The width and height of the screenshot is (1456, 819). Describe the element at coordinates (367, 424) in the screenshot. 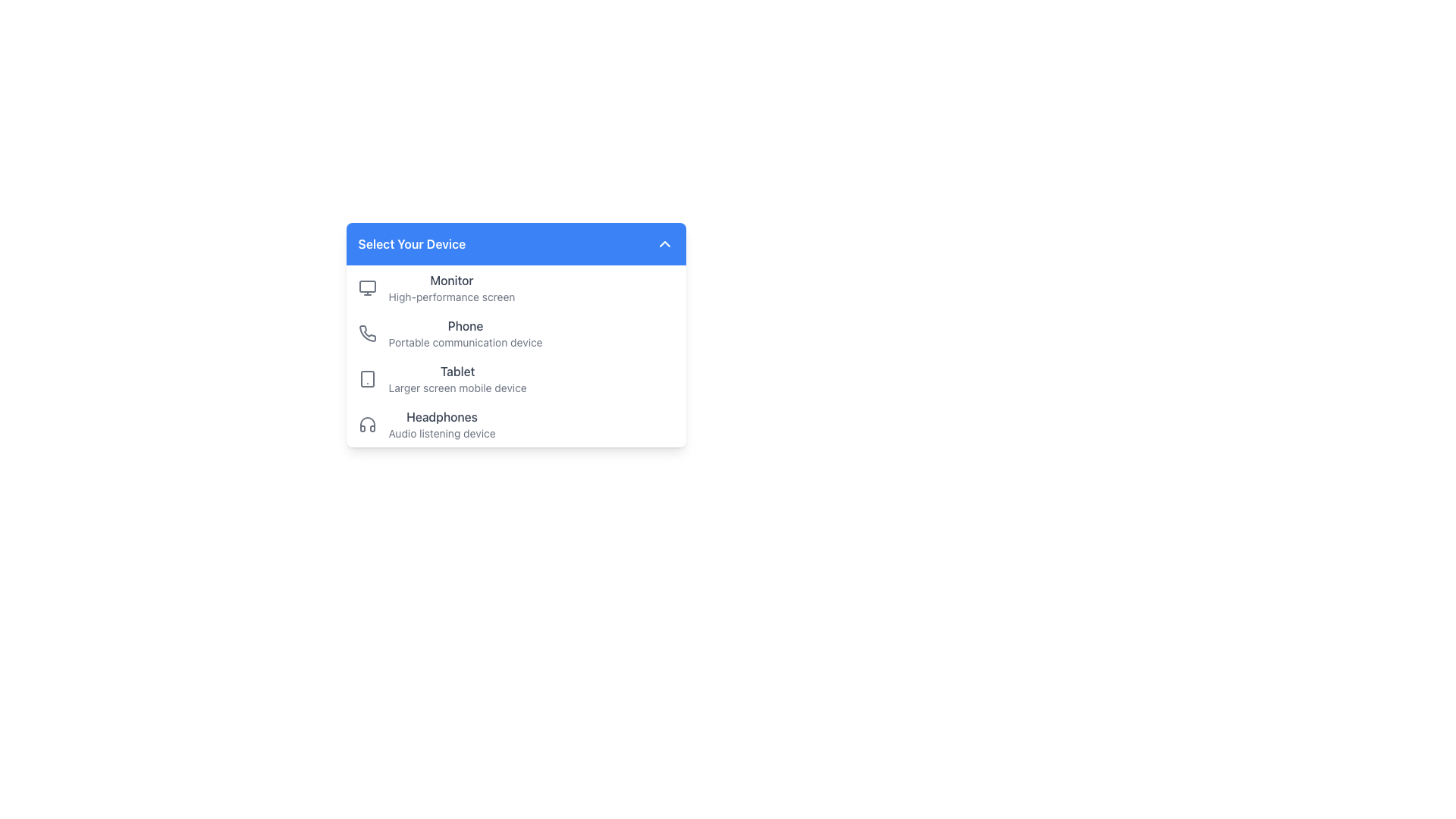

I see `the headphones icon, which is a minimalistic gray outlined icon positioned to the left of the 'Headphones' text in the menu list` at that location.